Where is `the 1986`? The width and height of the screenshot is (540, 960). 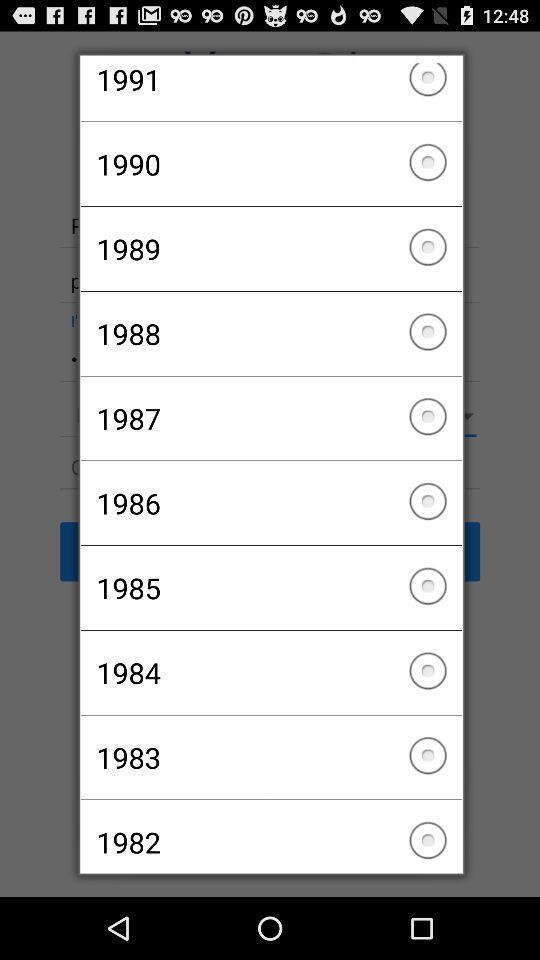 the 1986 is located at coordinates (270, 502).